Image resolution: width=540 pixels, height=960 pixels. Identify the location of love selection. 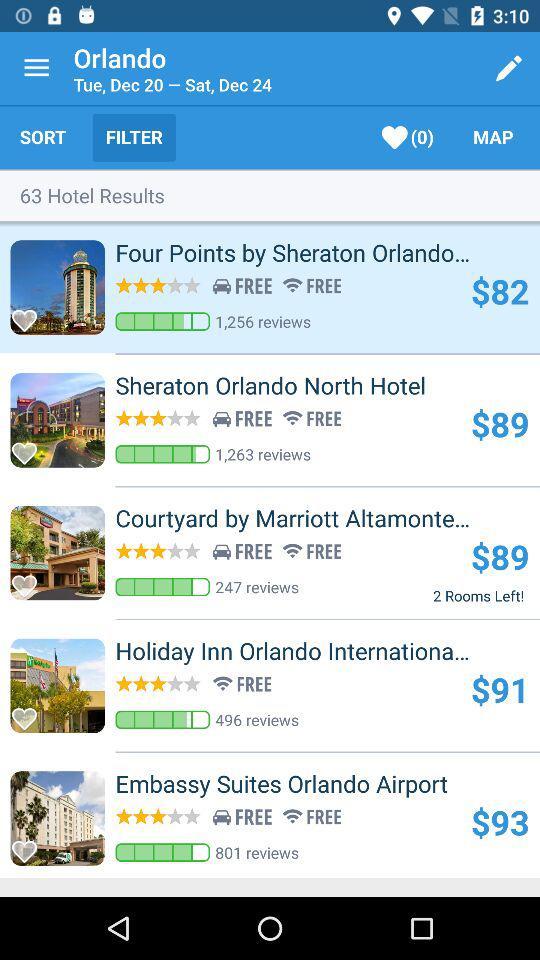
(29, 315).